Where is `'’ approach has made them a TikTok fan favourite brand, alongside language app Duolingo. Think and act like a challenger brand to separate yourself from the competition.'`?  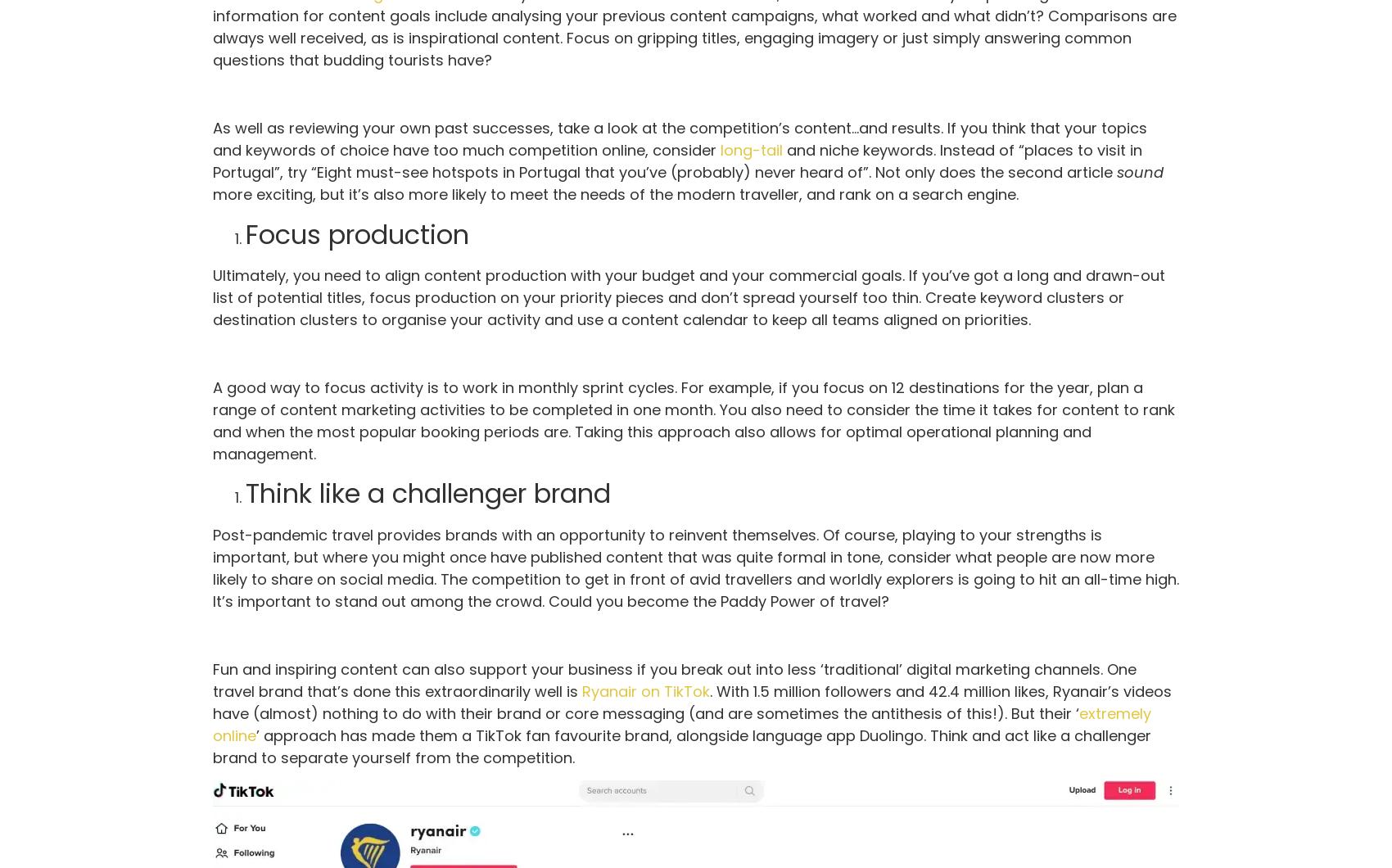 '’ approach has made them a TikTok fan favourite brand, alongside language app Duolingo. Think and act like a challenger brand to separate yourself from the competition.' is located at coordinates (212, 745).